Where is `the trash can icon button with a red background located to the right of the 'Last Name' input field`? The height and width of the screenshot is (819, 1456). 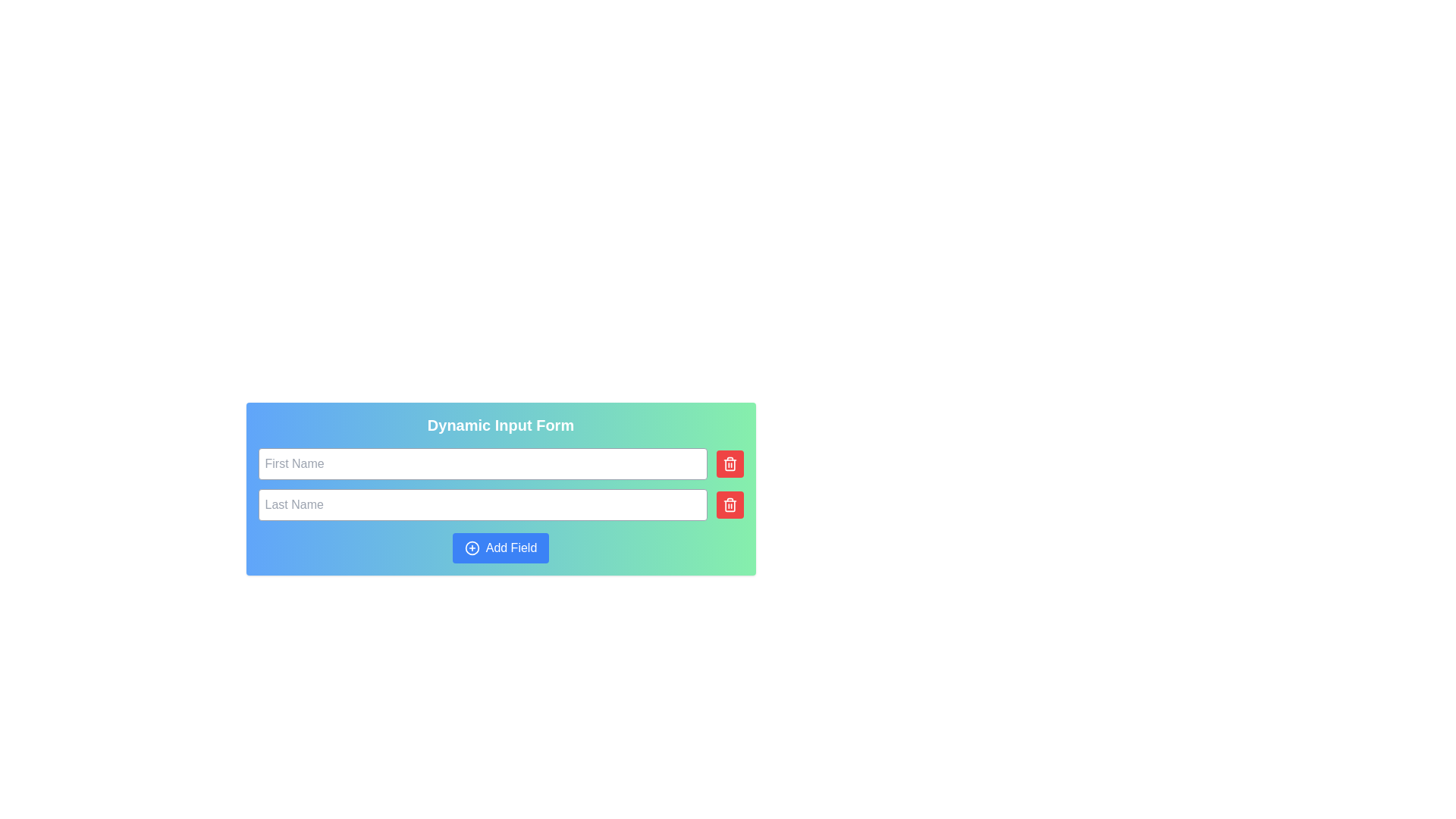 the trash can icon button with a red background located to the right of the 'Last Name' input field is located at coordinates (730, 505).